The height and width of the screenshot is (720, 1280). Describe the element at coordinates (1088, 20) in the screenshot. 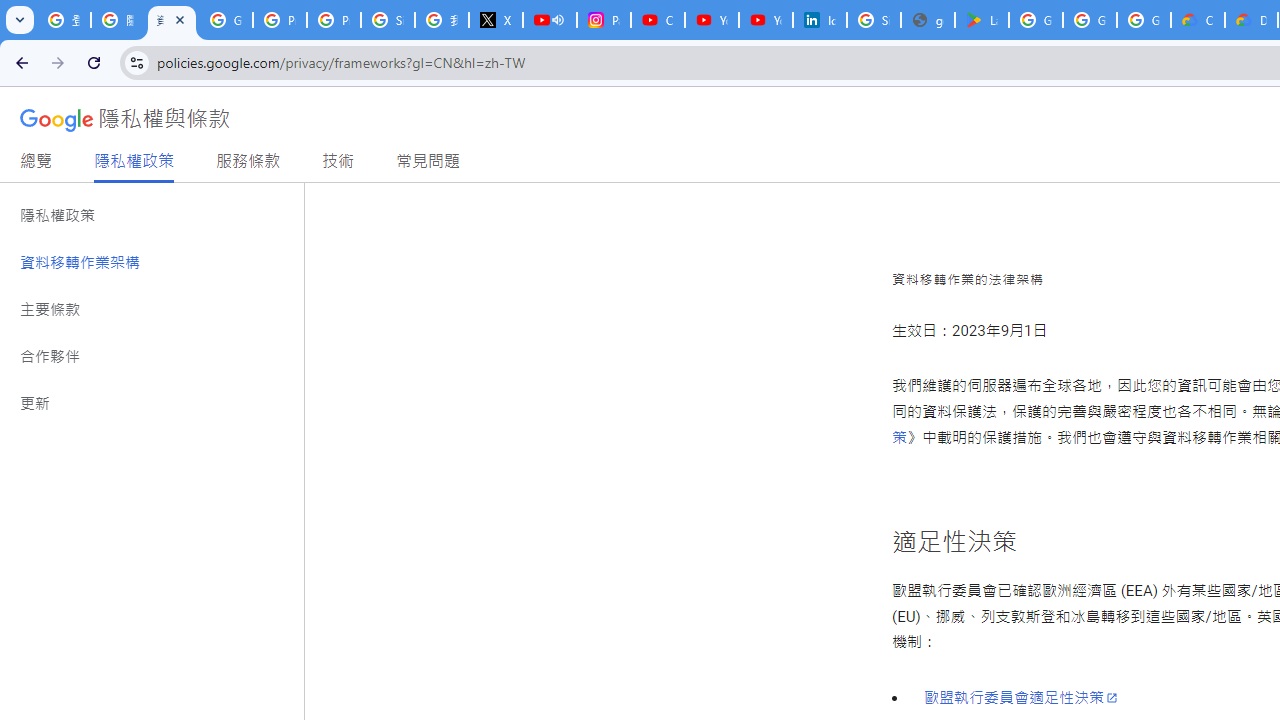

I see `'Google Workspace - Specific Terms'` at that location.